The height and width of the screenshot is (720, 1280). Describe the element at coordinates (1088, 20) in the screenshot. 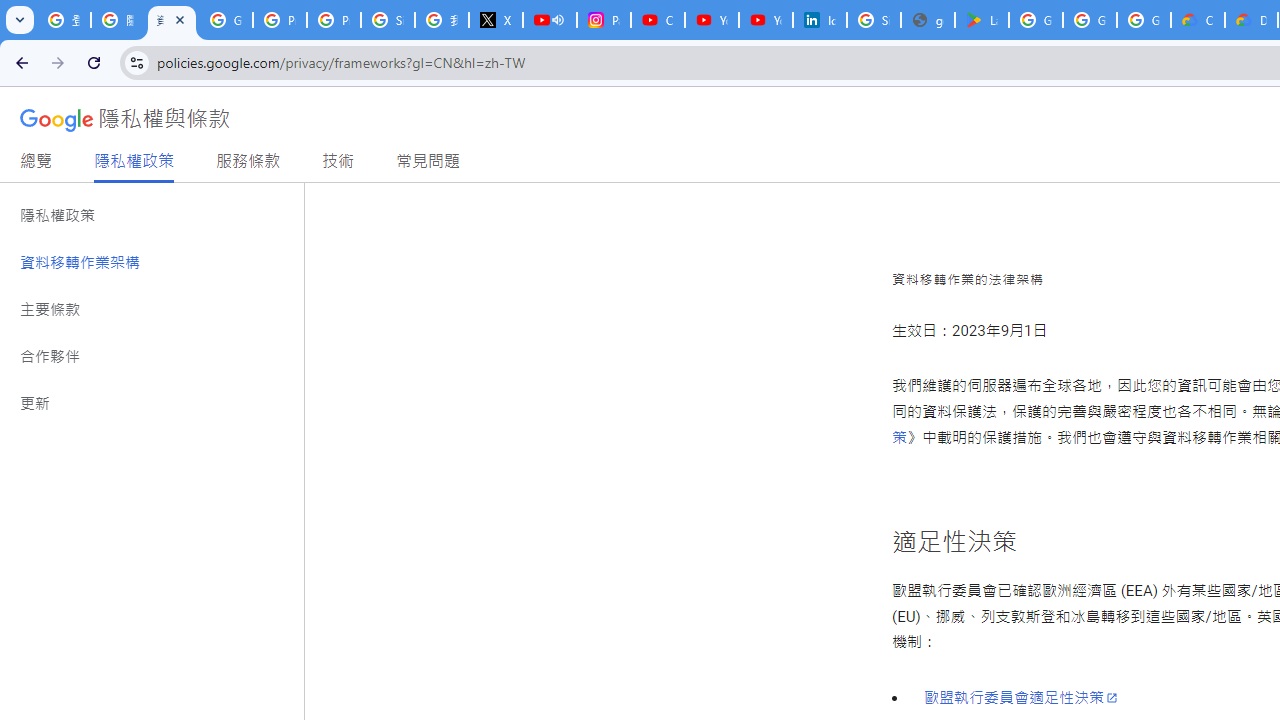

I see `'Google Workspace - Specific Terms'` at that location.